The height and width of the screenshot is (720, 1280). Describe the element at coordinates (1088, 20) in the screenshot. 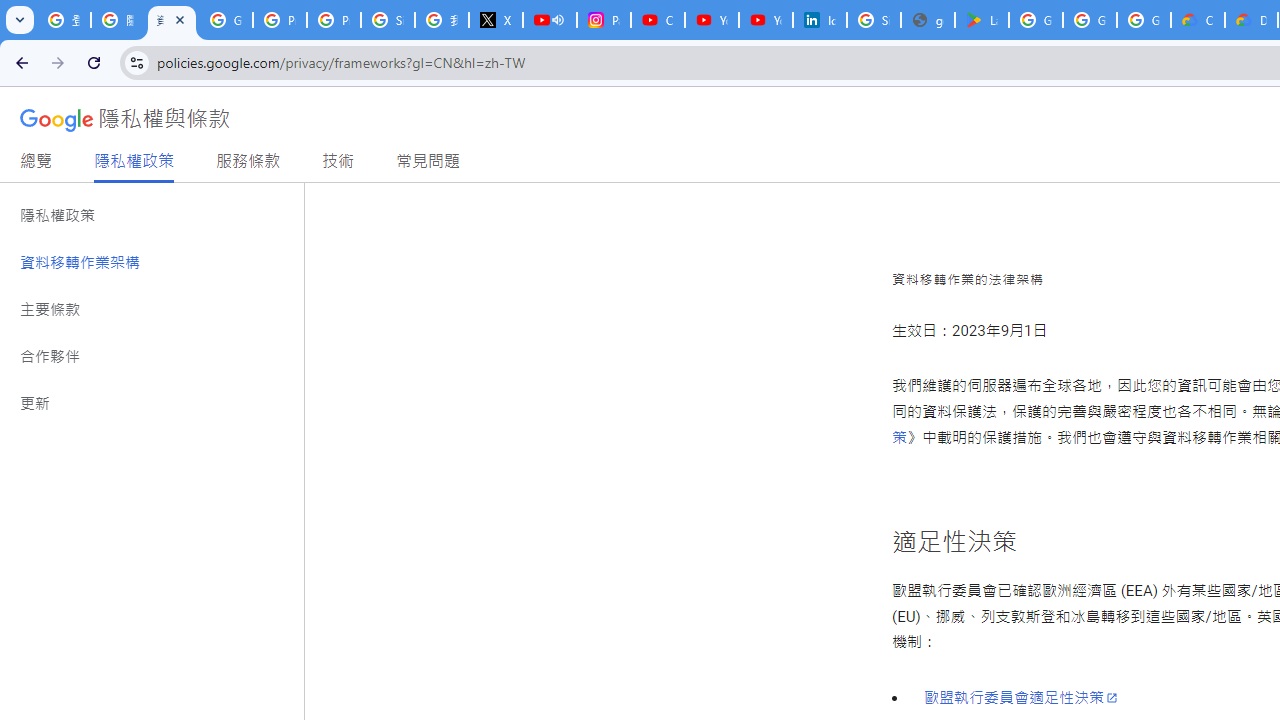

I see `'Google Workspace - Specific Terms'` at that location.